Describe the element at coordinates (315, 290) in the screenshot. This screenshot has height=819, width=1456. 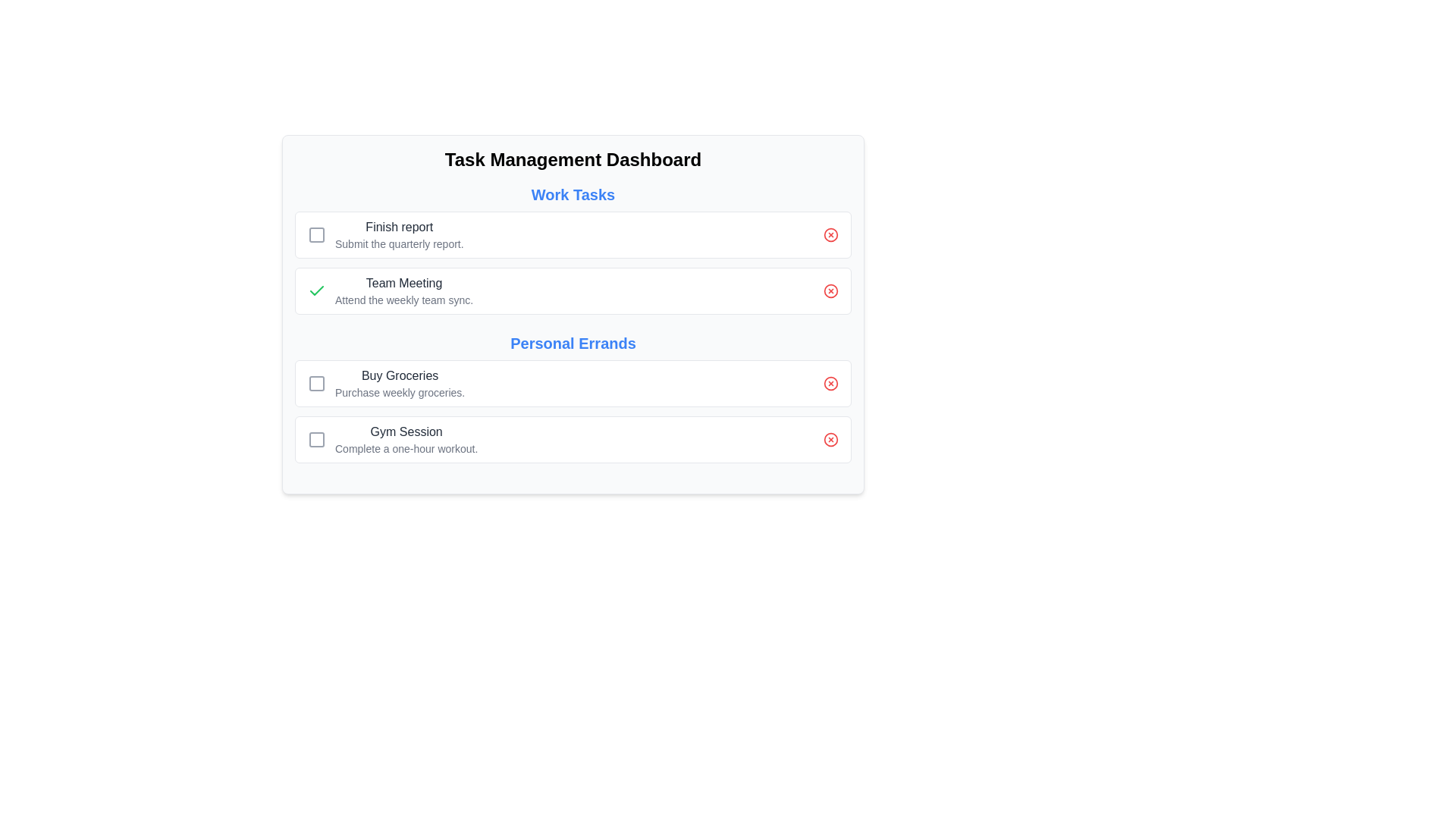
I see `the green checkmark icon located in the top-right section of the 'Team Meeting' task card within the 'Work Tasks' category` at that location.